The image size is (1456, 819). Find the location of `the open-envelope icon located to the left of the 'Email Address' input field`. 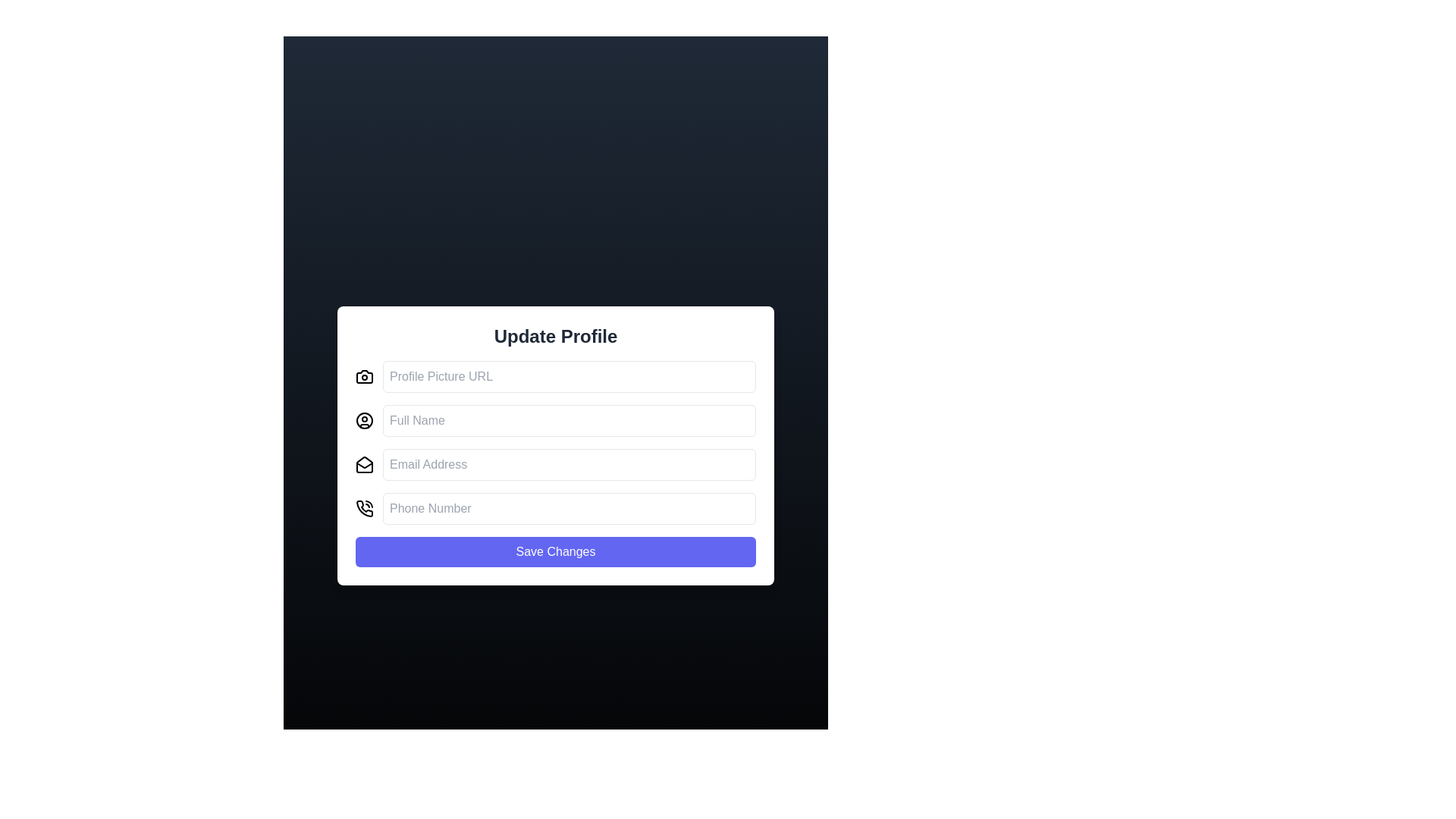

the open-envelope icon located to the left of the 'Email Address' input field is located at coordinates (364, 464).